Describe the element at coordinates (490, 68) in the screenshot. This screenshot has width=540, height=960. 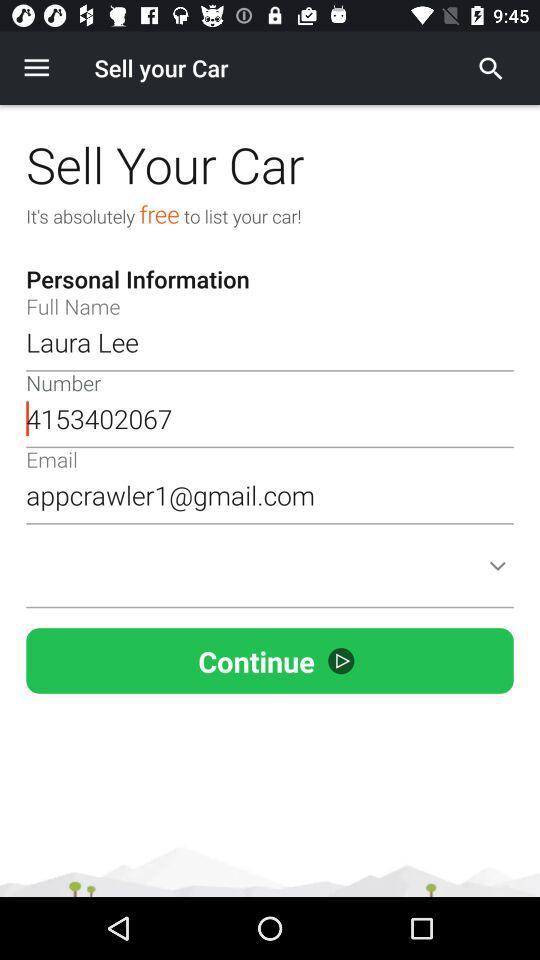
I see `search button` at that location.